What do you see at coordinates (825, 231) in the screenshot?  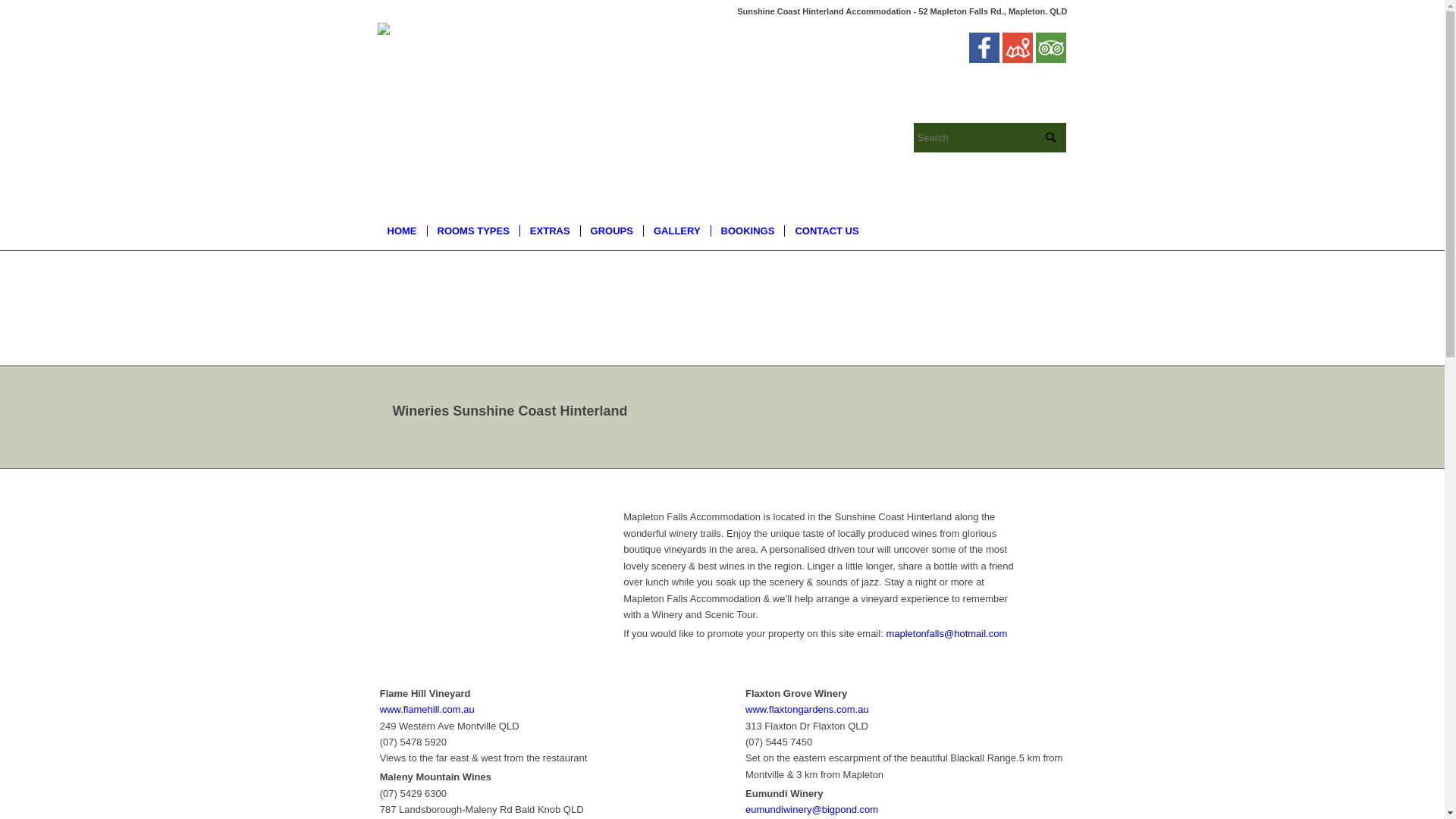 I see `'CONTACT US'` at bounding box center [825, 231].